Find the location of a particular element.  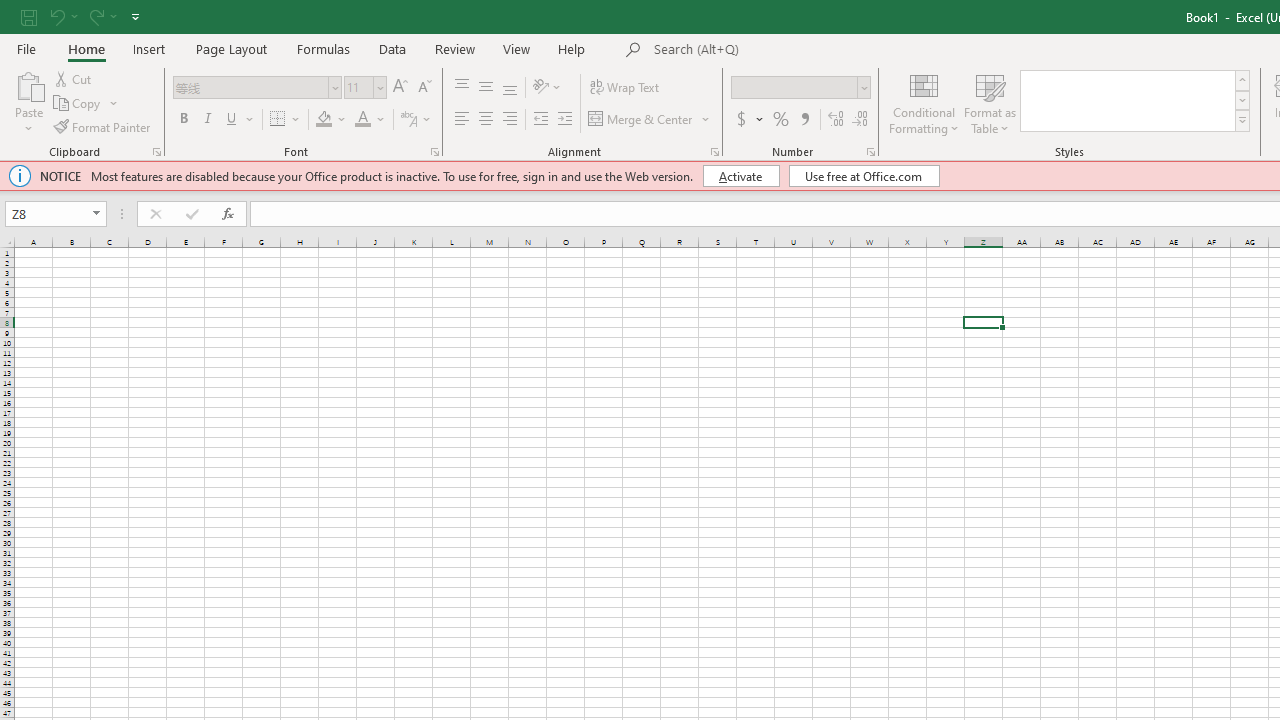

'Bottom Border' is located at coordinates (277, 119).